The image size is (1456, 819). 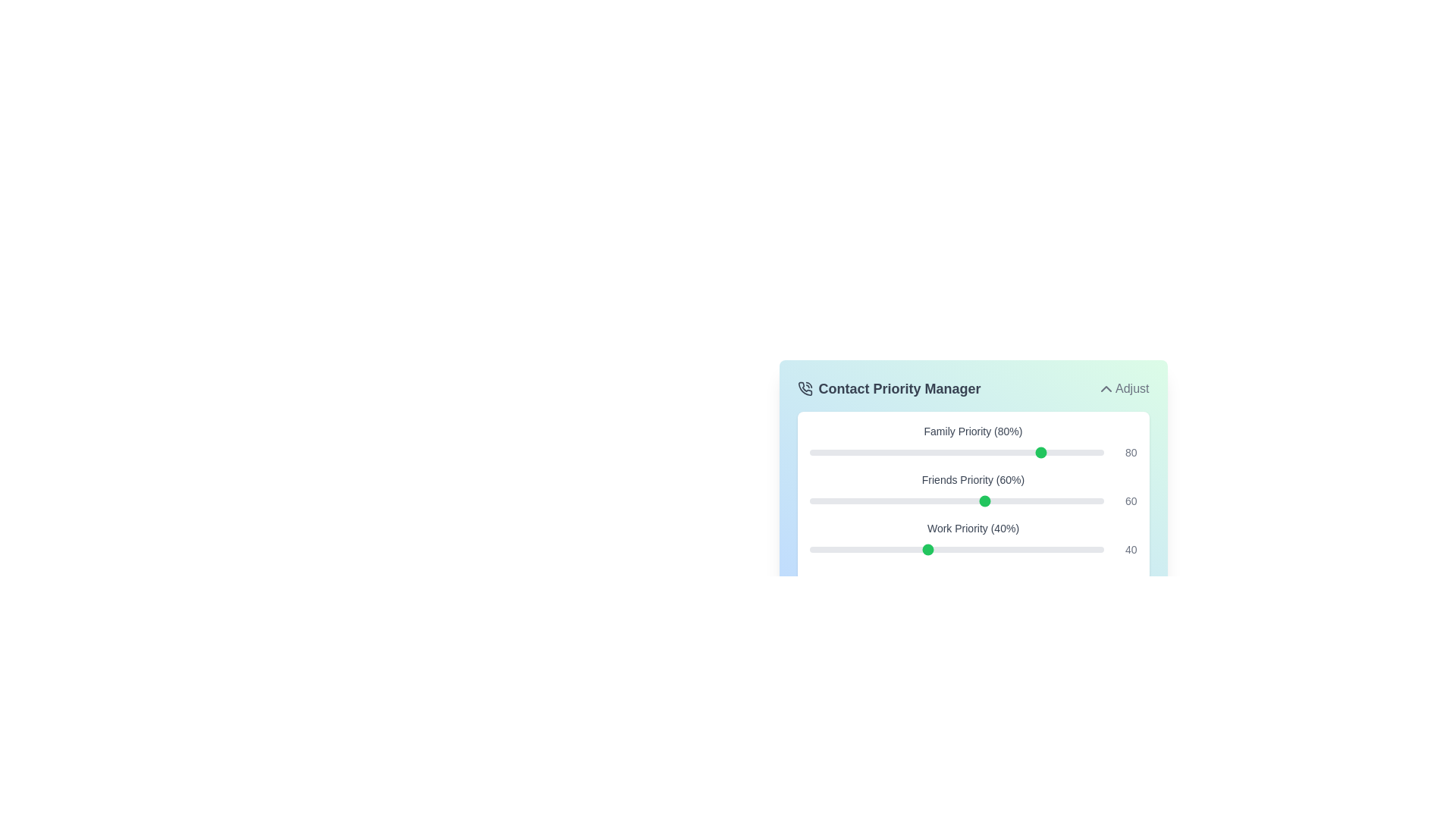 I want to click on the text 'Family Priority (80%)' to highlight it, so click(x=888, y=431).